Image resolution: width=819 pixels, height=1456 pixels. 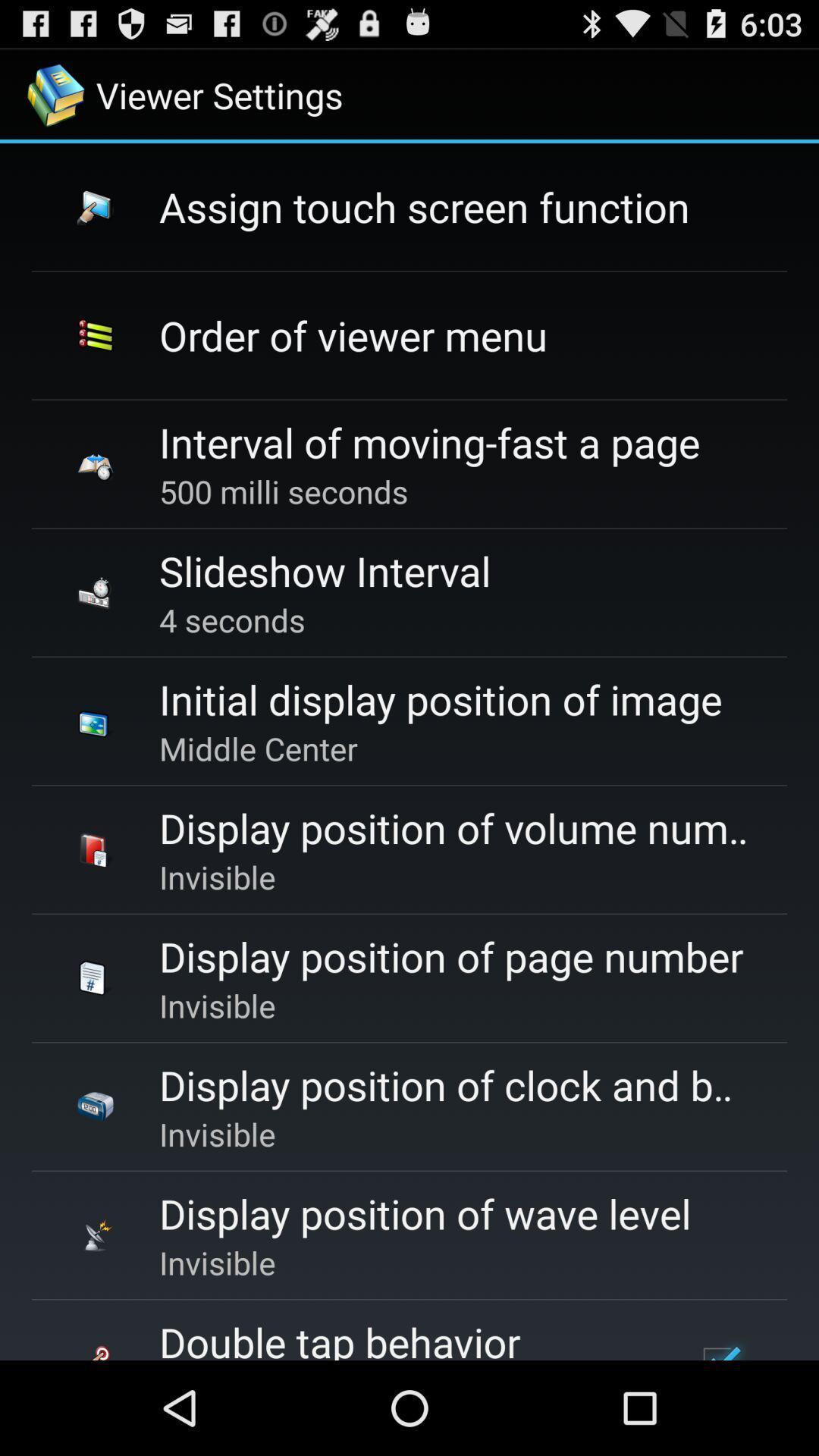 I want to click on the item next to the double tap behavior, so click(x=718, y=1346).